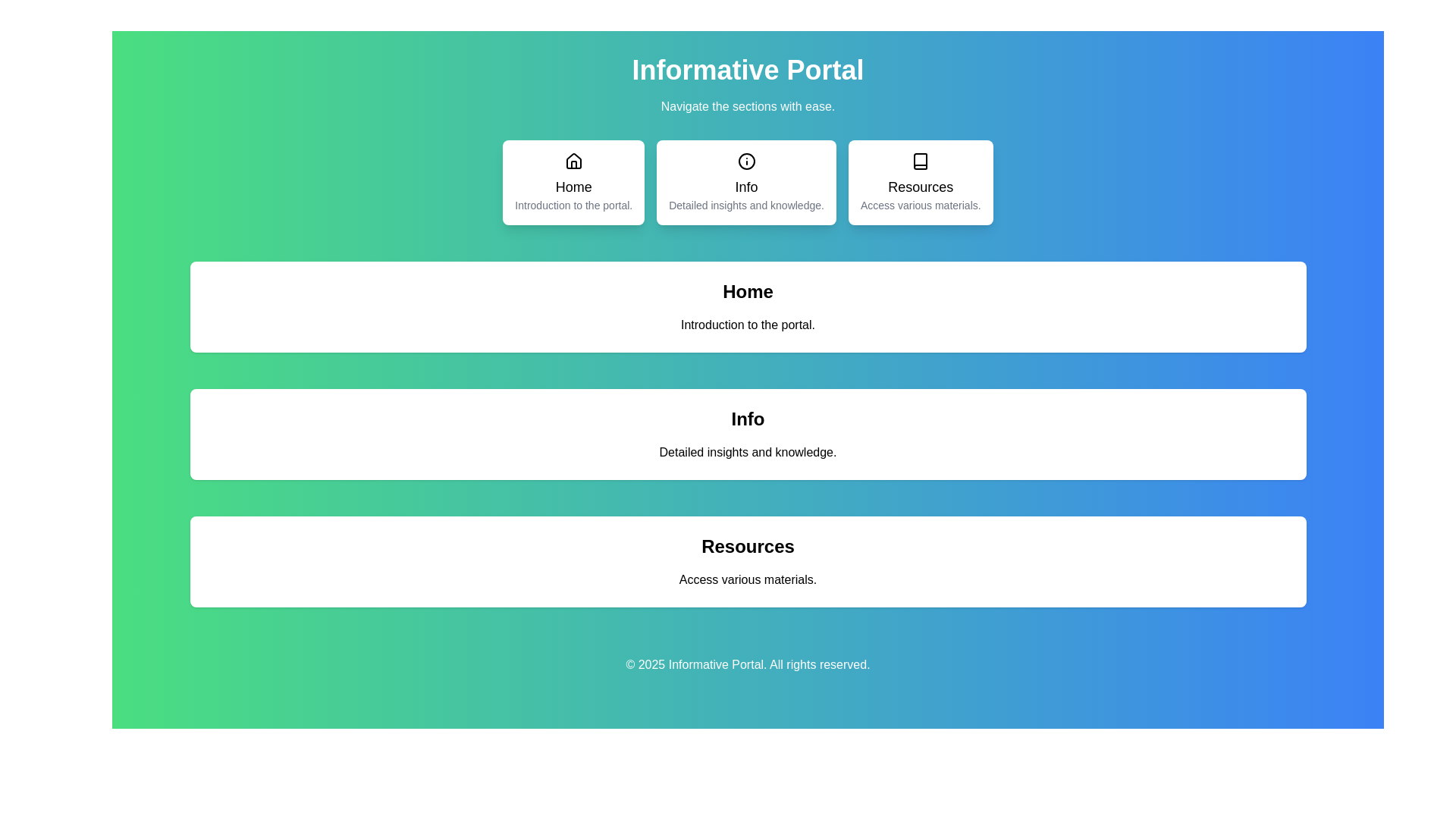  I want to click on the informational text label located below the 'Home' heading within the white rectangular box of the 'Home' section, so click(748, 324).